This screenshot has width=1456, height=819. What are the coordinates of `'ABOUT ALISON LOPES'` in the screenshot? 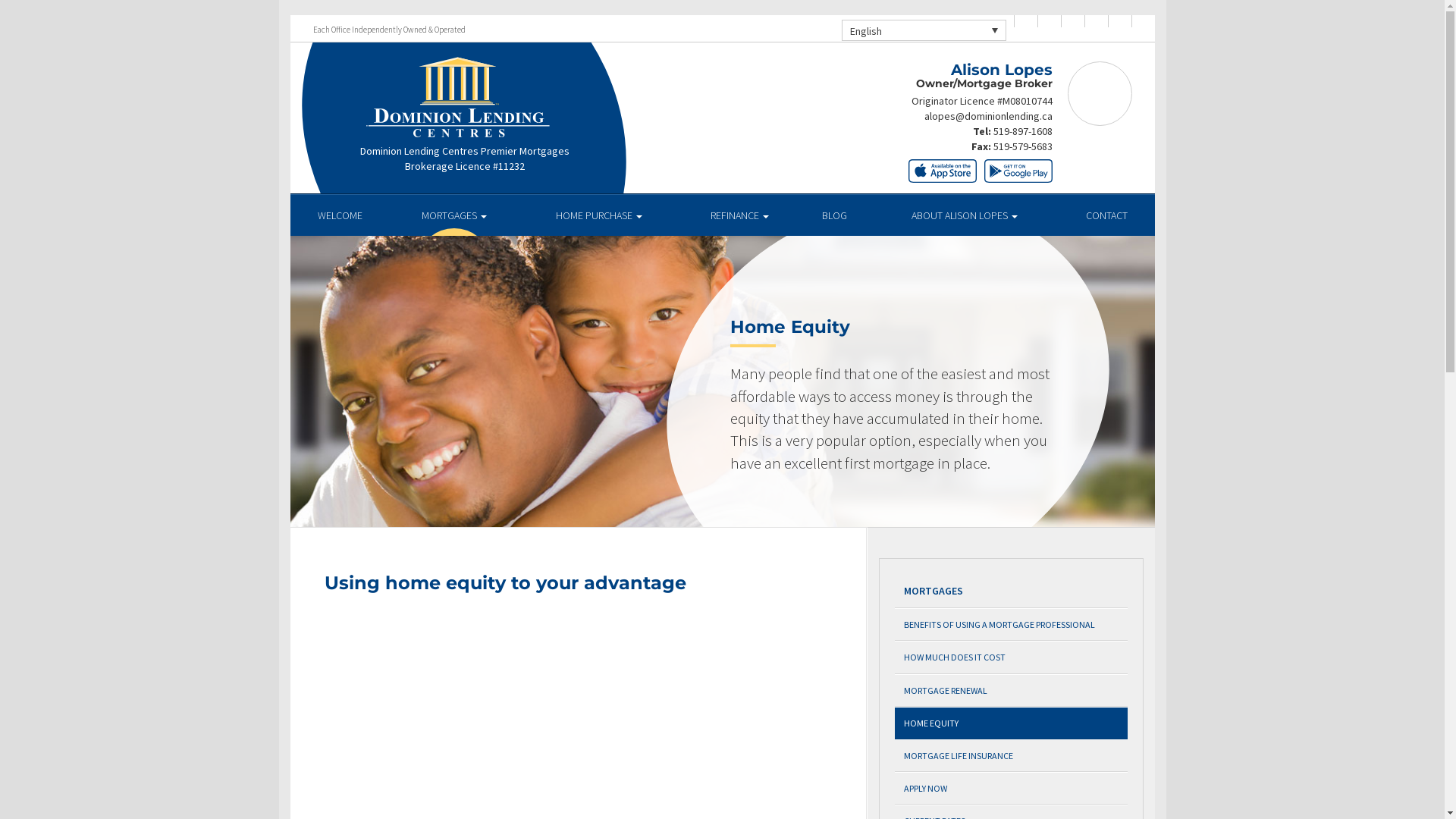 It's located at (964, 215).